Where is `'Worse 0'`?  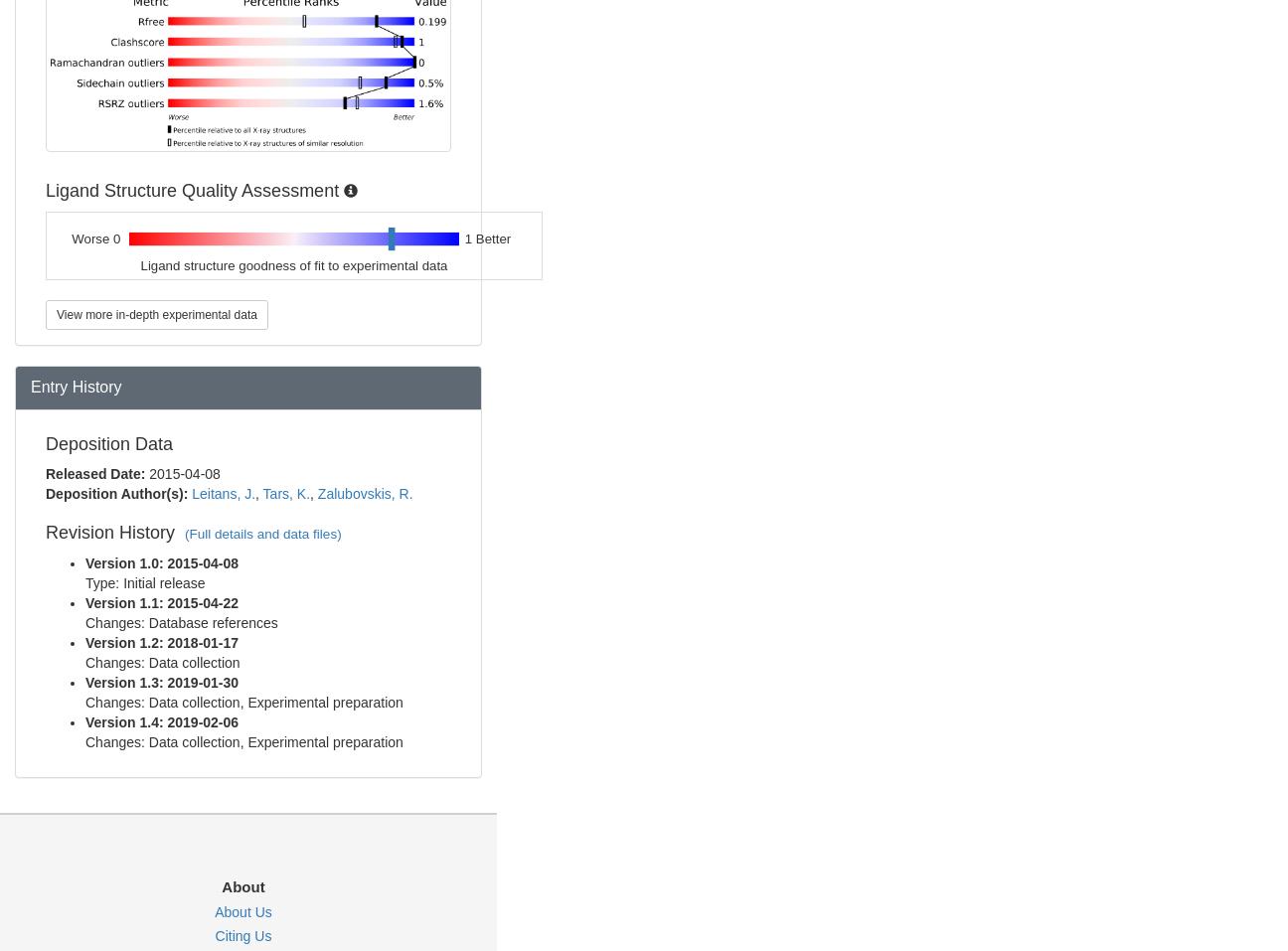 'Worse 0' is located at coordinates (95, 237).